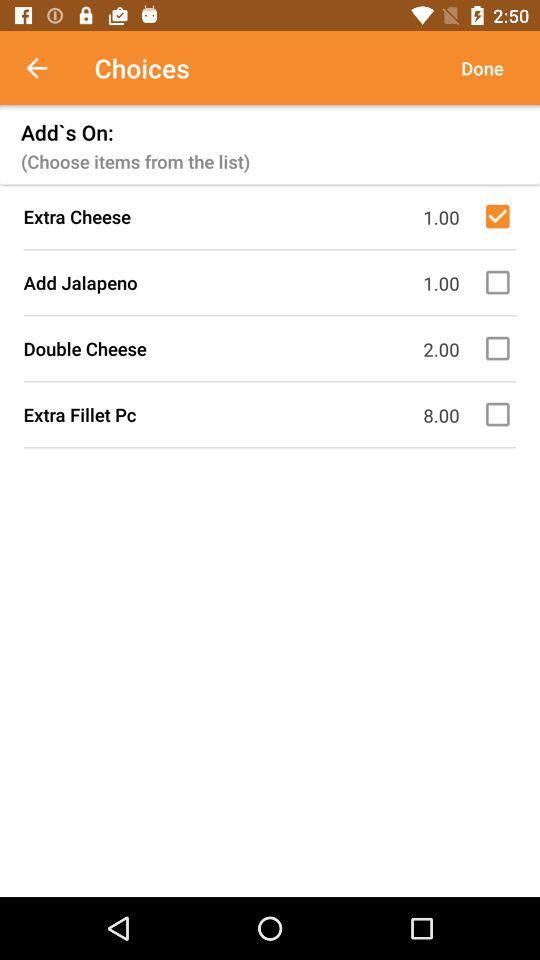 This screenshot has width=540, height=960. I want to click on double cheese, so click(500, 348).